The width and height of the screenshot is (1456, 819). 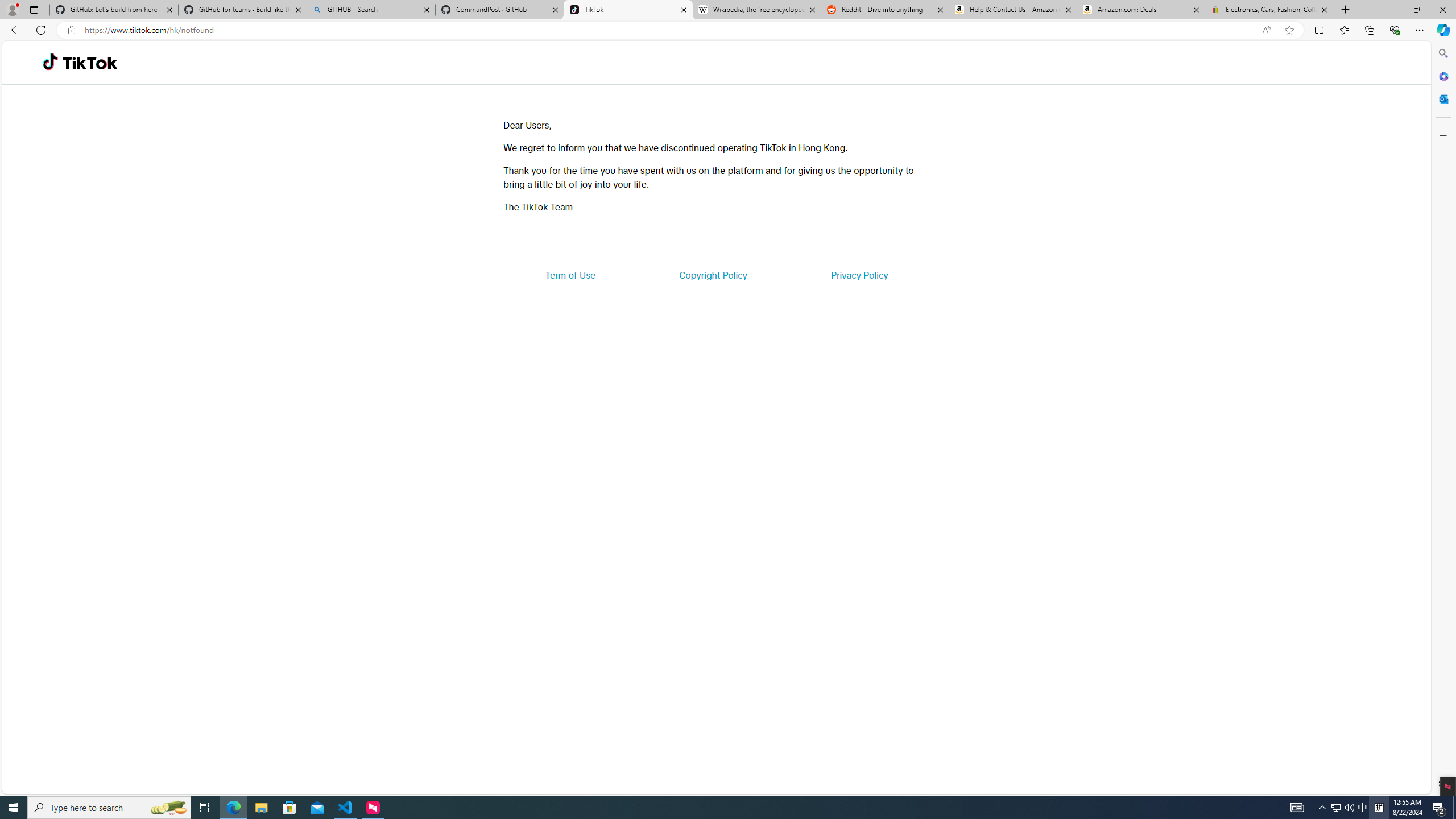 I want to click on 'Wikipedia, the free encyclopedia', so click(x=755, y=9).